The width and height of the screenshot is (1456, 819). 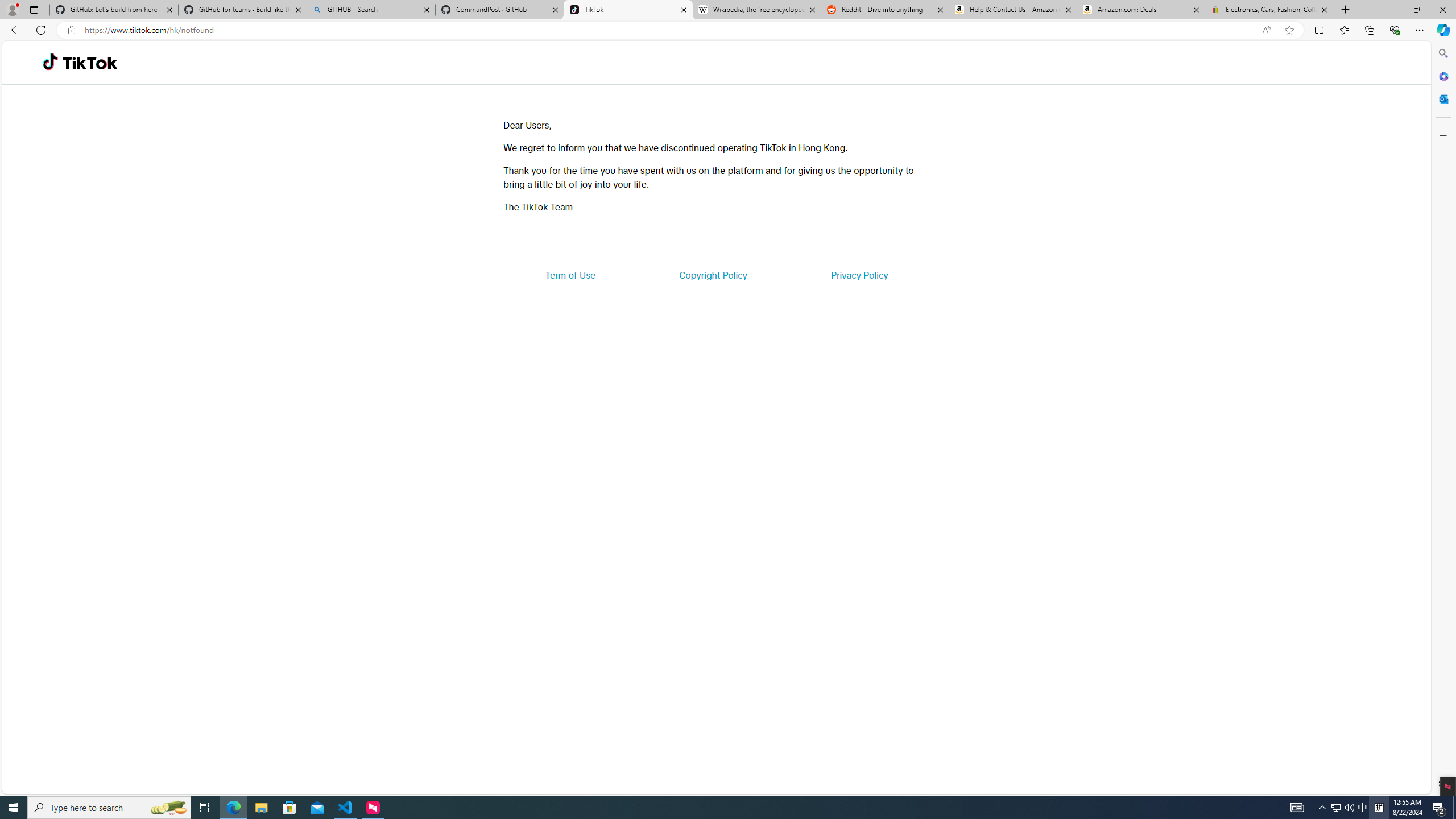 I want to click on 'Wikipedia, the free encyclopedia', so click(x=755, y=9).